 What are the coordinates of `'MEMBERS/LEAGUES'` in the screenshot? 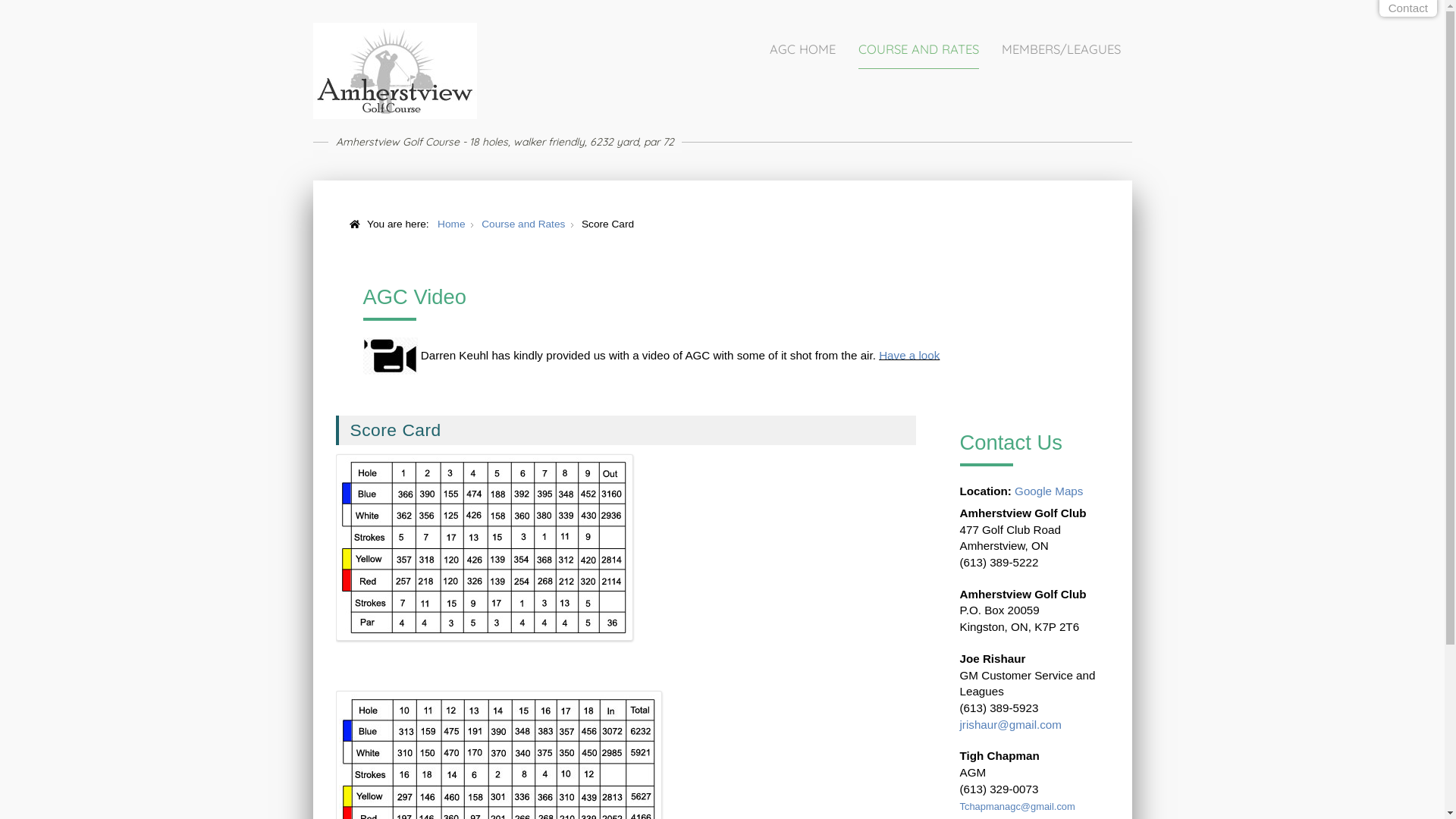 It's located at (1059, 49).